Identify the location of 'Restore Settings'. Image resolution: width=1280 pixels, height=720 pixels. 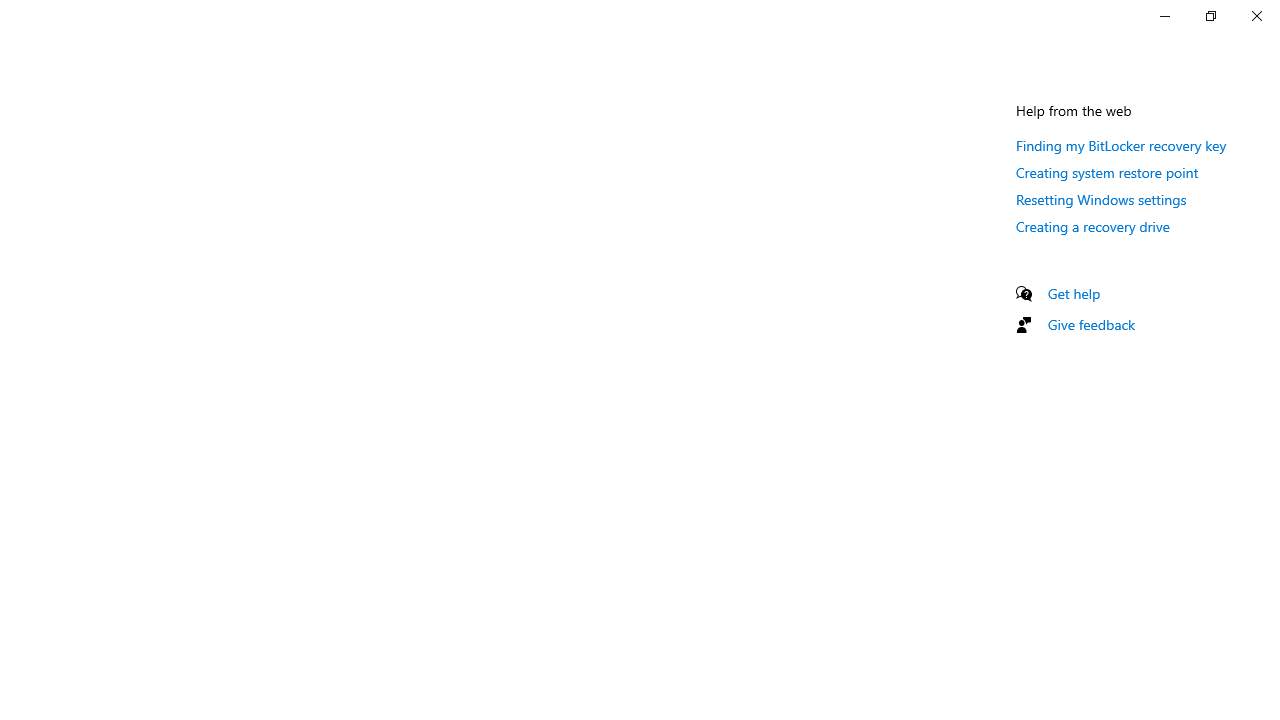
(1209, 15).